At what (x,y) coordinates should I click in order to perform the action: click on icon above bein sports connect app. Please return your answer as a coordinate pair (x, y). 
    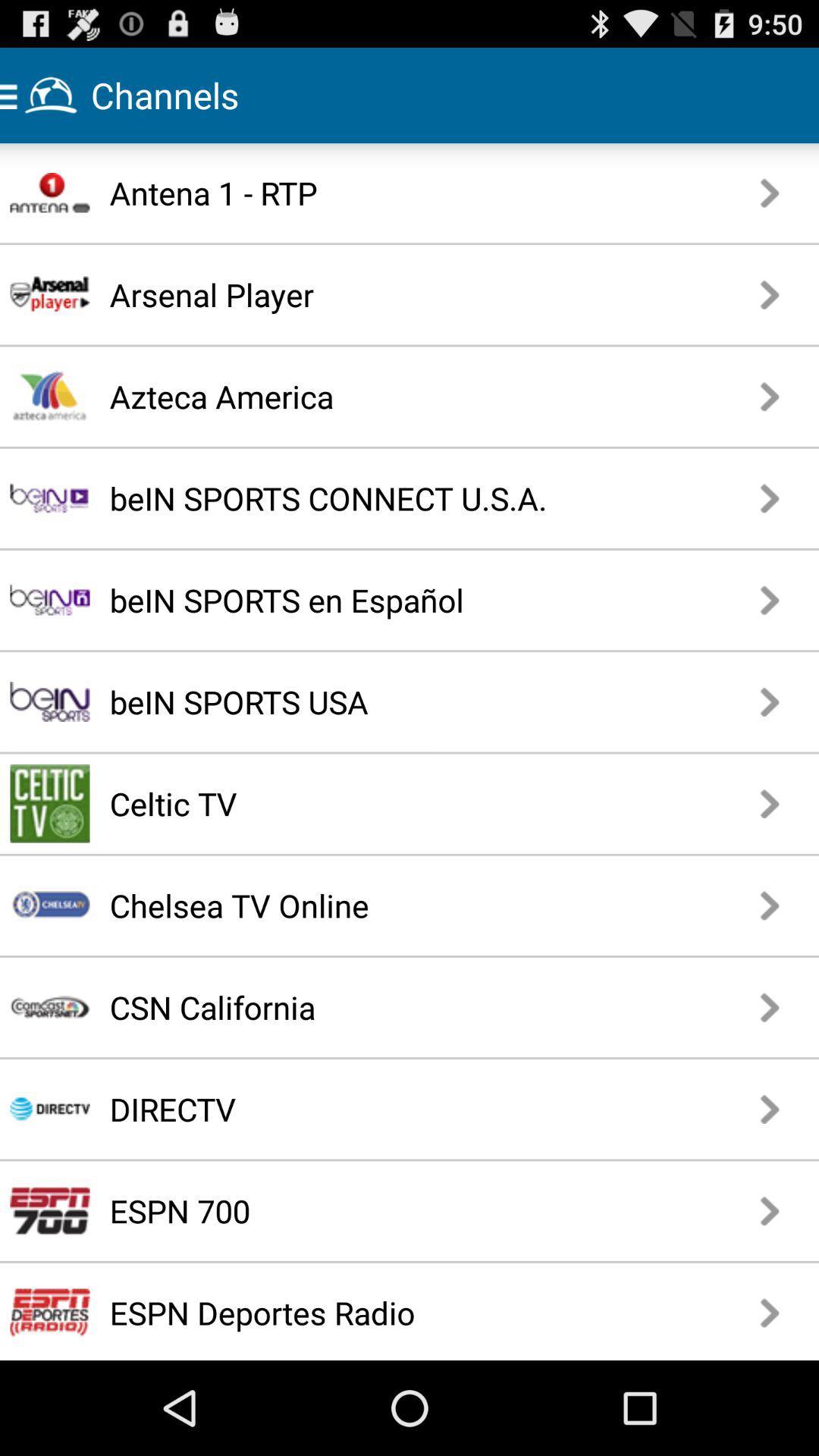
    Looking at the image, I should click on (370, 396).